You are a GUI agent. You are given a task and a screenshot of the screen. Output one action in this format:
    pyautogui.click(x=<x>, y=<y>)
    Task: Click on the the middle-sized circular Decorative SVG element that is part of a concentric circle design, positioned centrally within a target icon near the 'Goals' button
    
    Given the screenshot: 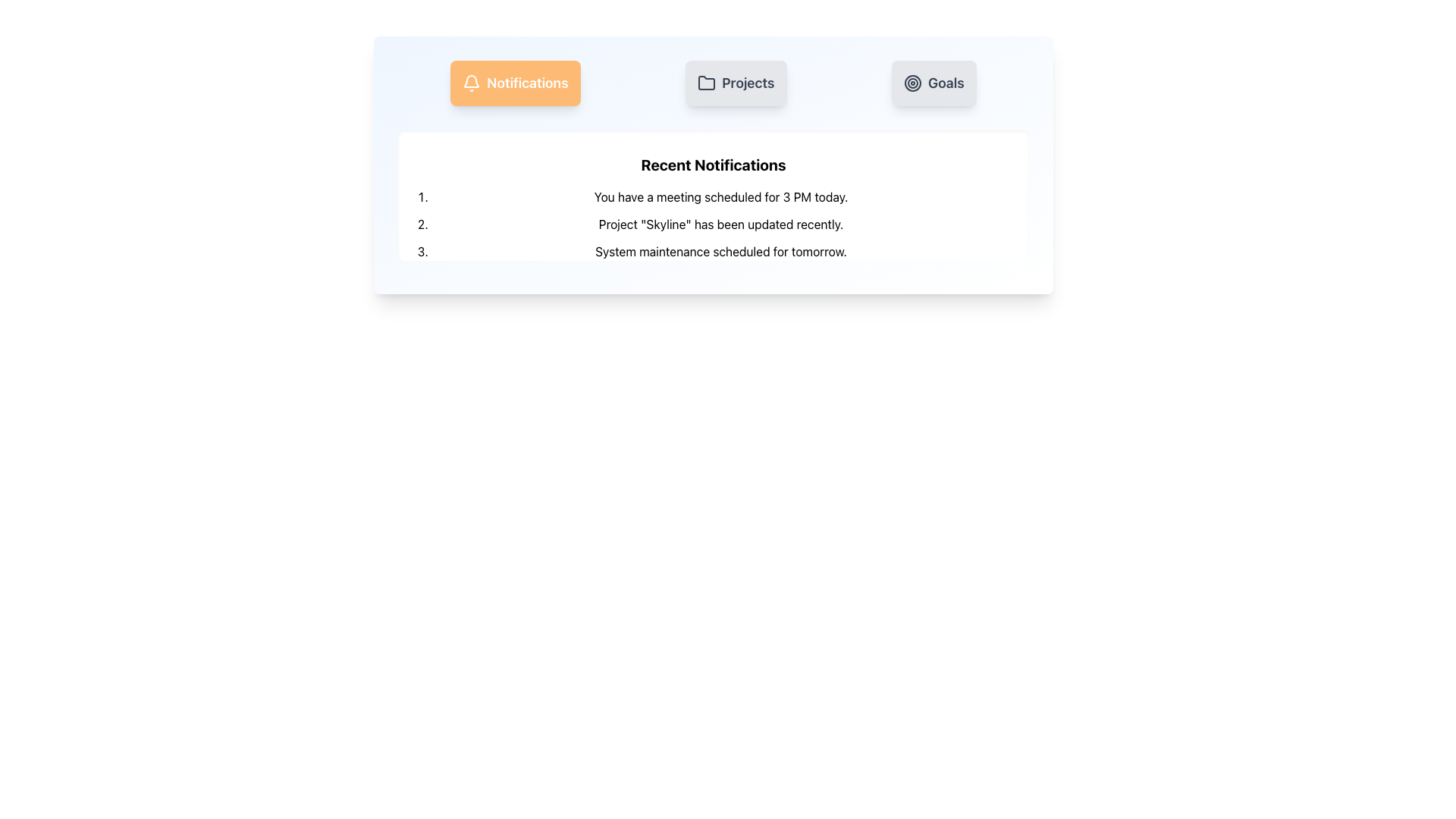 What is the action you would take?
    pyautogui.click(x=912, y=83)
    